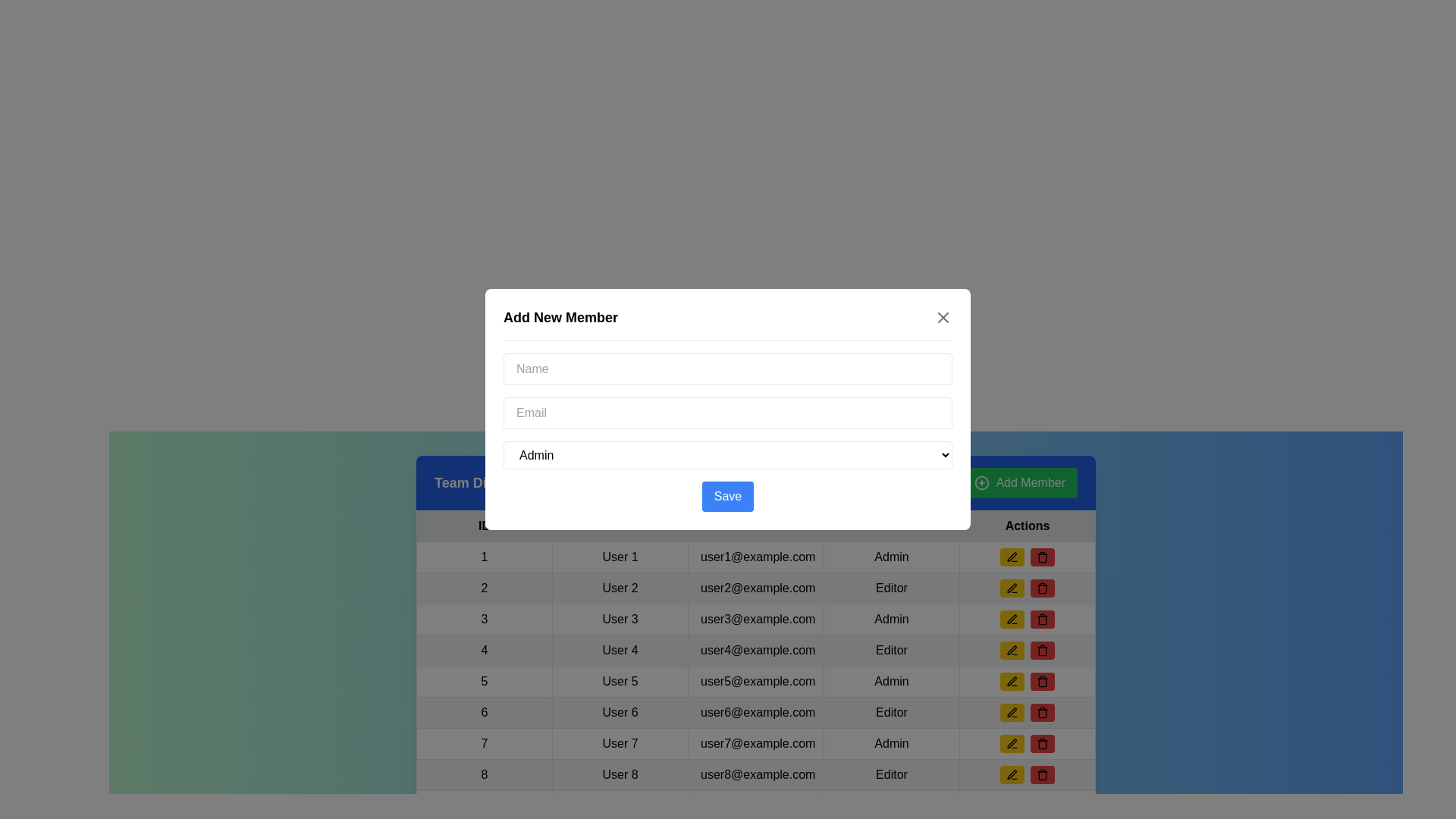  Describe the element at coordinates (982, 482) in the screenshot. I see `the circular green icon with a plus symbol inside, which is located to the left of the 'Add Member' text in the green button at the top right section of the interface` at that location.